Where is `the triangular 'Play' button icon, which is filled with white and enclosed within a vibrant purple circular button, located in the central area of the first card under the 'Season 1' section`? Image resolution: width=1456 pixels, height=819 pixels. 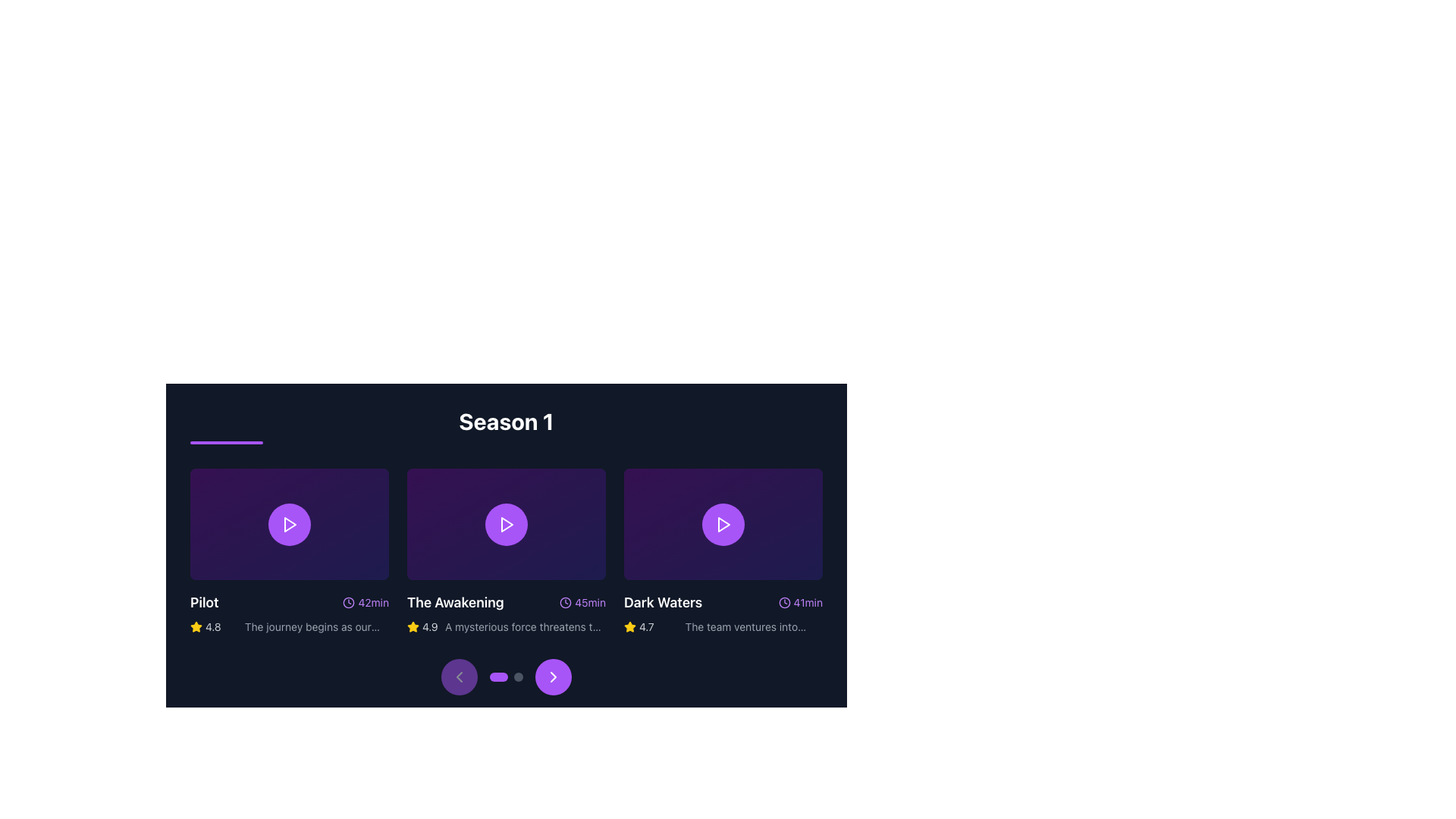 the triangular 'Play' button icon, which is filled with white and enclosed within a vibrant purple circular button, located in the central area of the first card under the 'Season 1' section is located at coordinates (290, 523).